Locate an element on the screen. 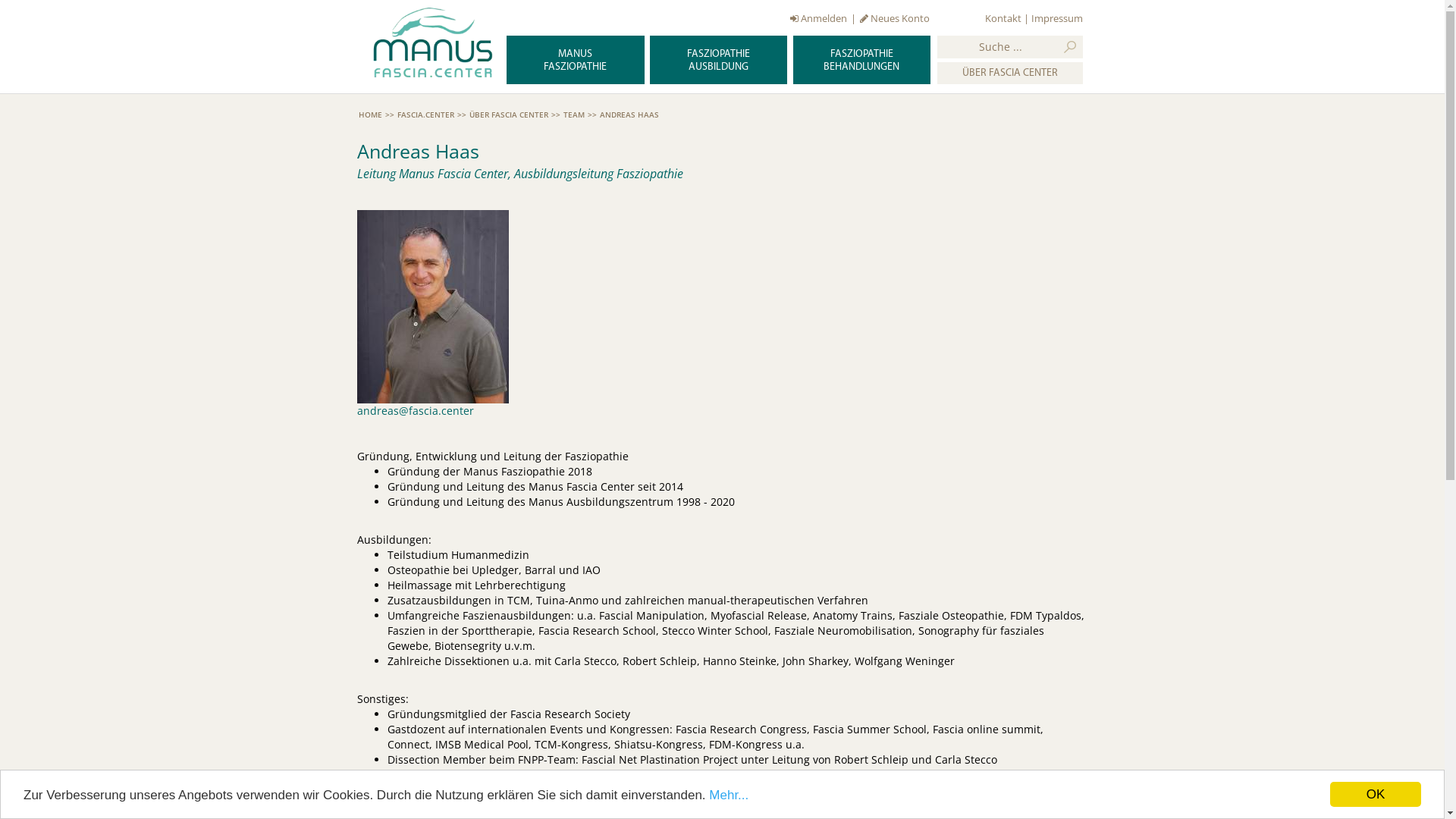  'Impressum' is located at coordinates (1056, 17).